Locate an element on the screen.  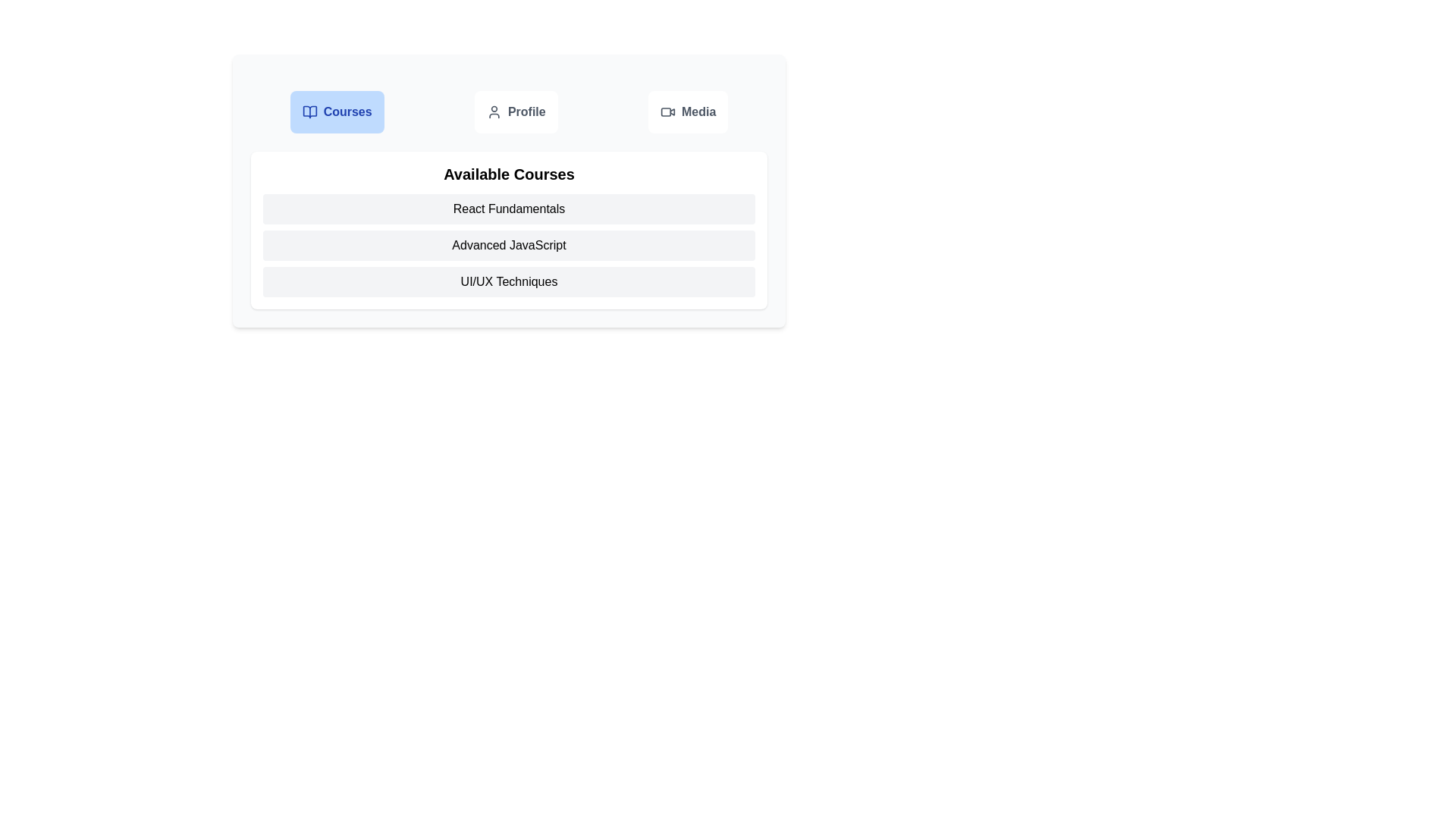
the 'React Fundamentals' course label, which is the first element in a vertical list located below the 'Available Courses' header is located at coordinates (509, 209).